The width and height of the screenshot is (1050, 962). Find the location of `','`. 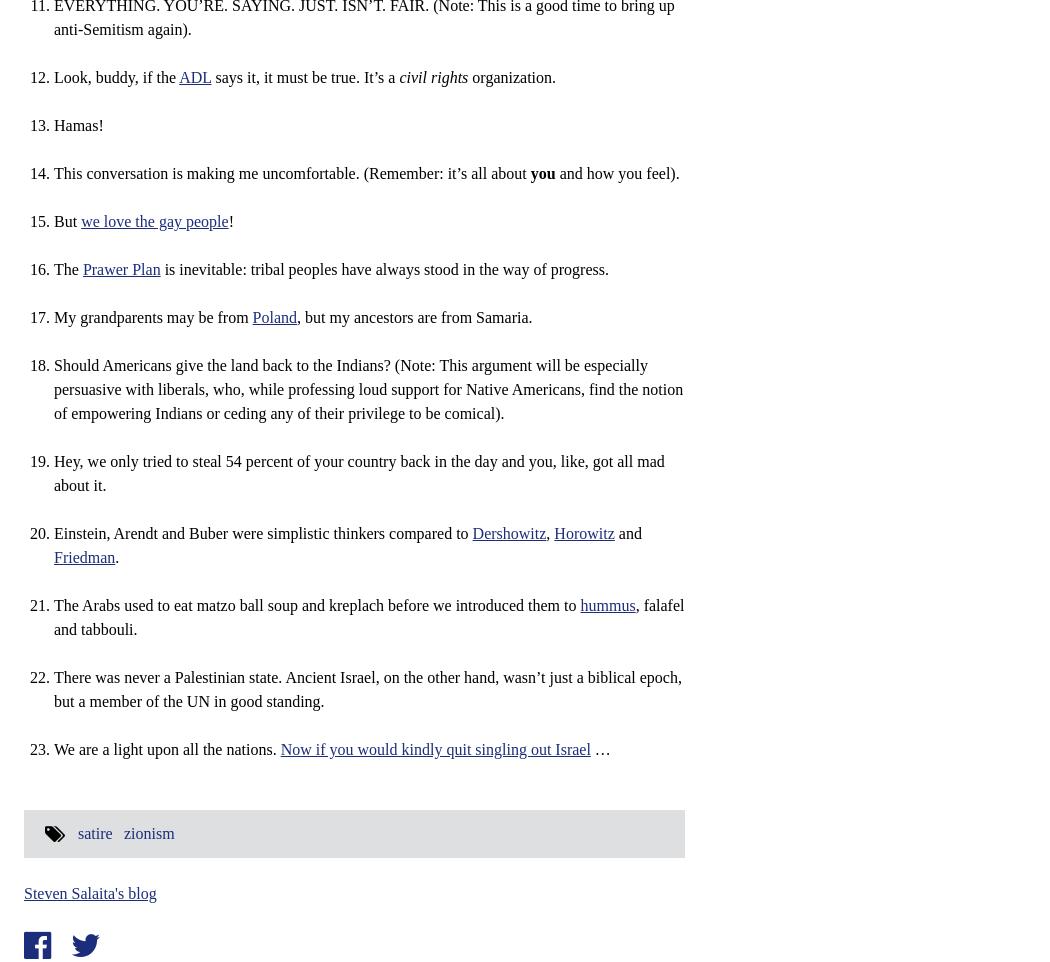

',' is located at coordinates (549, 533).